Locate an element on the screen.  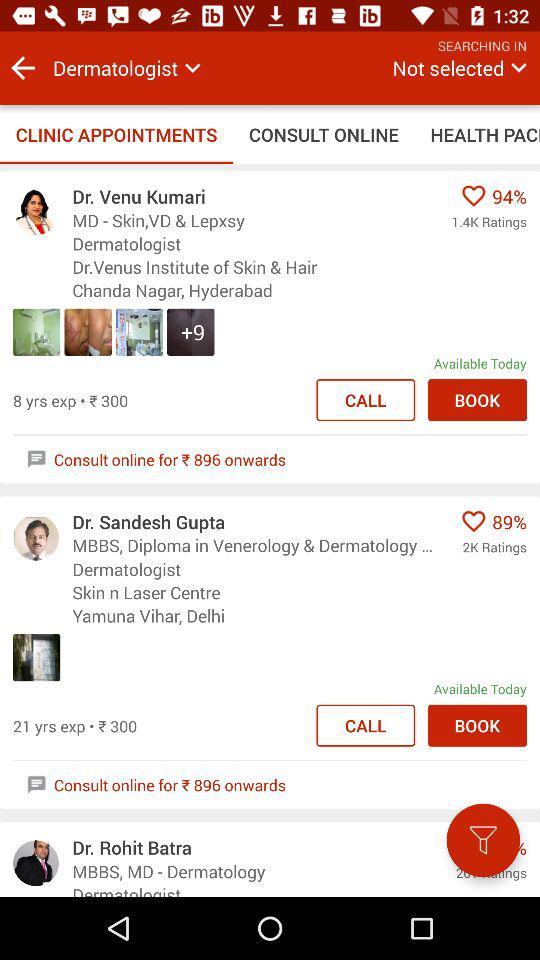
open for wifi menu is located at coordinates (482, 840).